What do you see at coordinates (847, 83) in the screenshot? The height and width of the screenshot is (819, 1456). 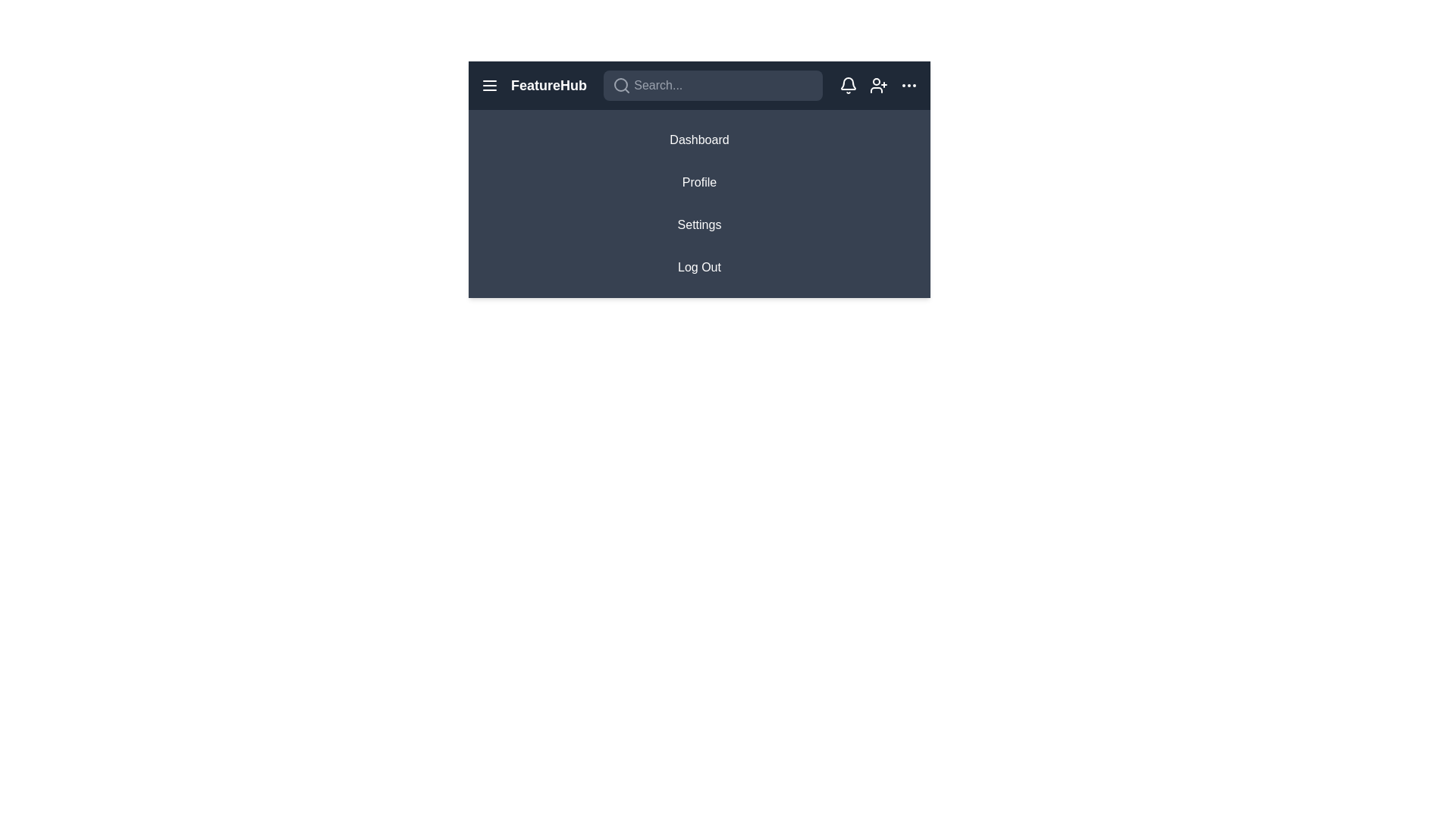 I see `the notification indicator icon located in the right section of the navigation bar` at bounding box center [847, 83].